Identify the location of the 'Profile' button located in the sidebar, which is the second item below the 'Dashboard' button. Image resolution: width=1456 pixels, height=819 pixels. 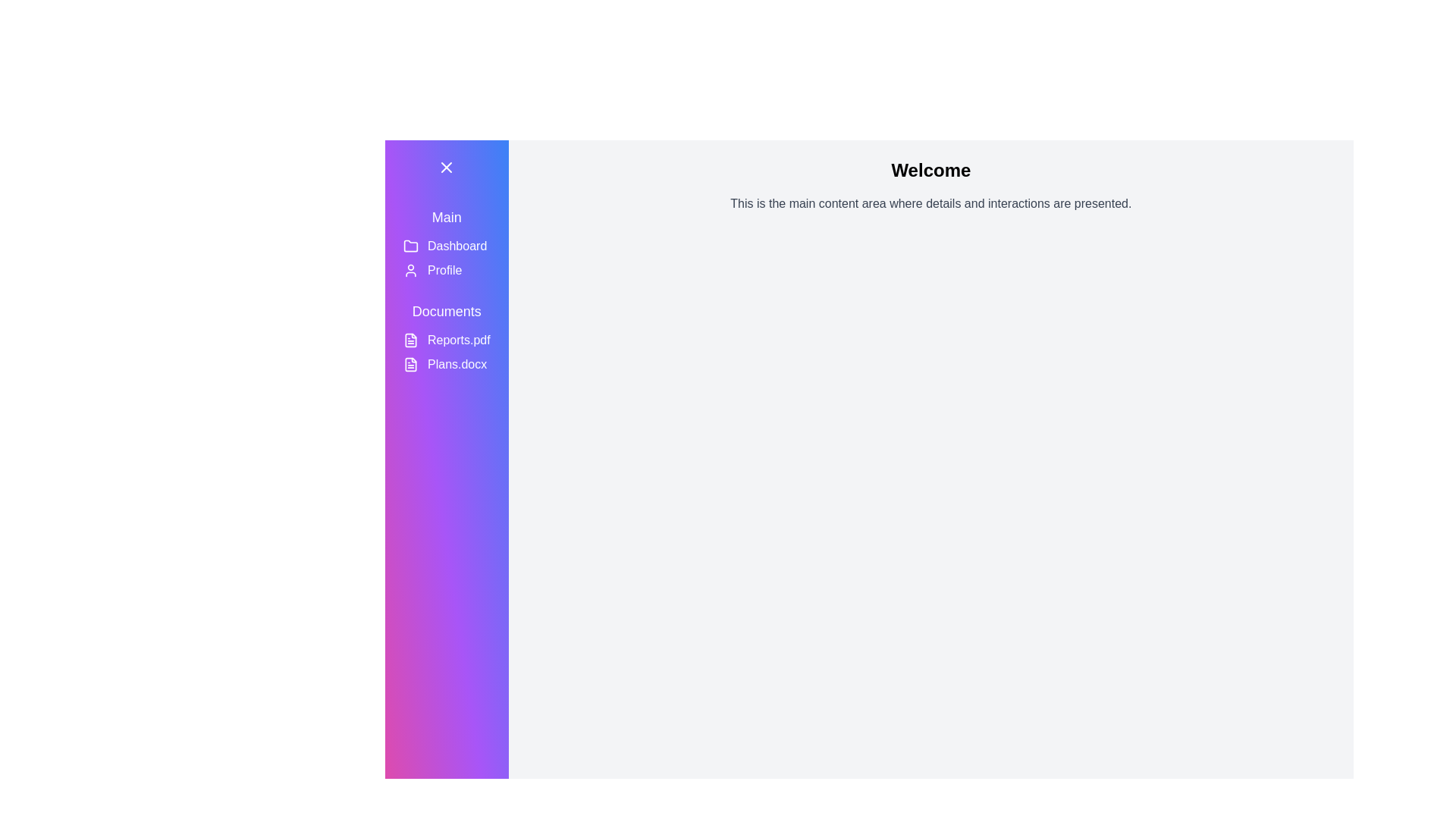
(446, 270).